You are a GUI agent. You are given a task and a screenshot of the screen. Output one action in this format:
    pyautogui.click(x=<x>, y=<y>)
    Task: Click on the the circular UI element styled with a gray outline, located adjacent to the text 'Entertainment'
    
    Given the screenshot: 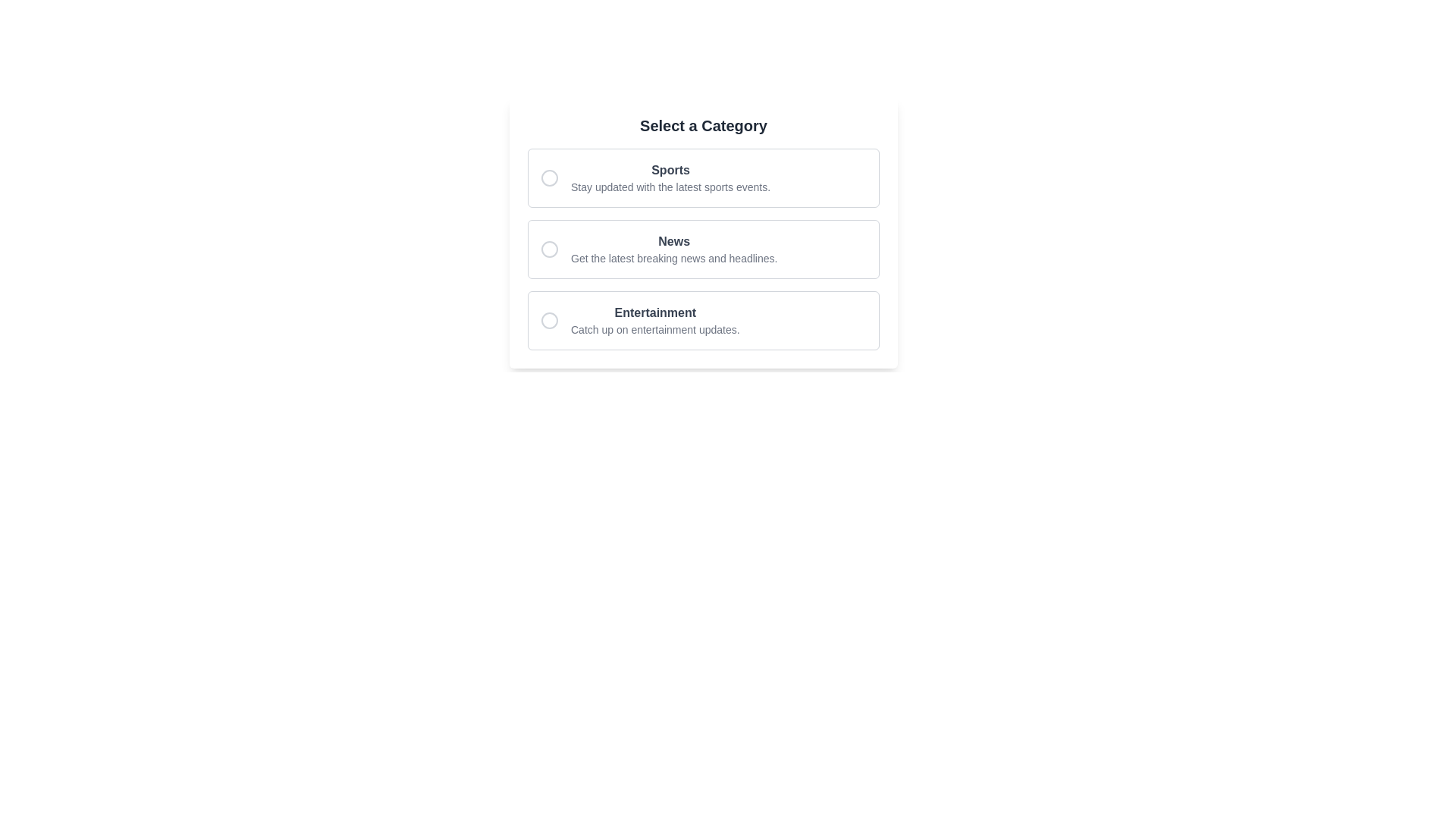 What is the action you would take?
    pyautogui.click(x=548, y=320)
    